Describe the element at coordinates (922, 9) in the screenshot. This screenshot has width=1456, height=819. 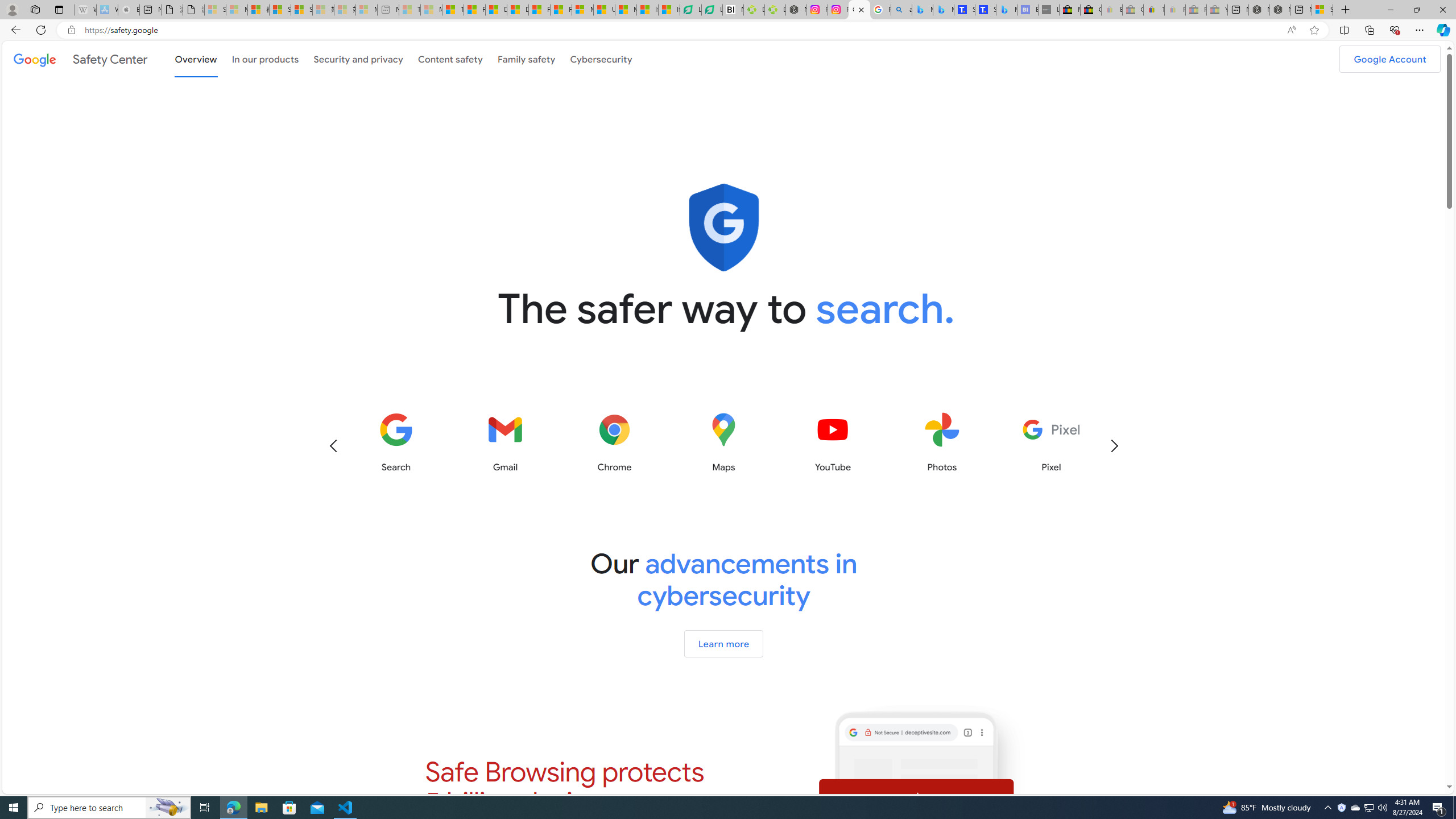
I see `'Microsoft Bing Travel - Flights from Hong Kong to Bangkok'` at that location.